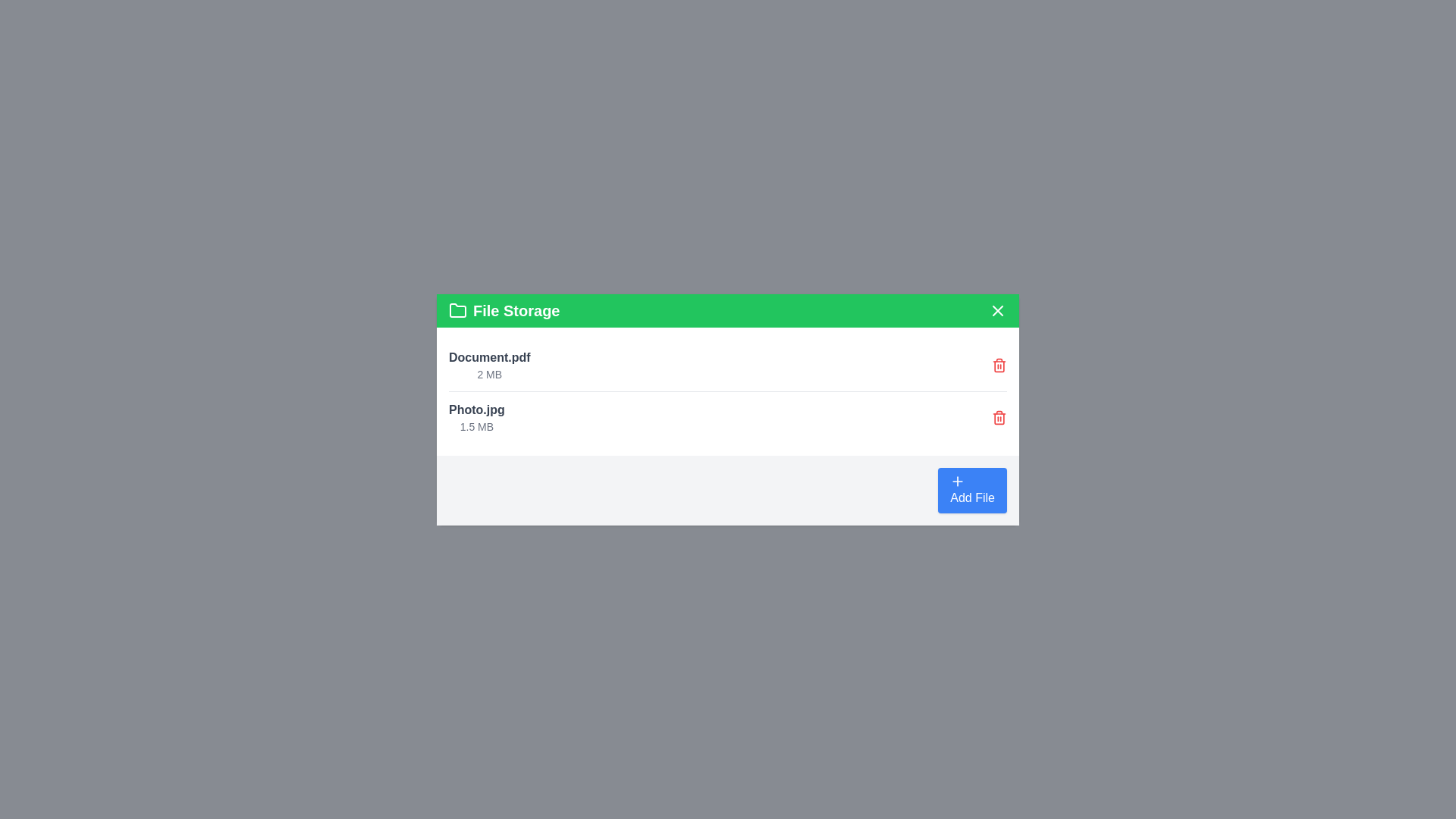 This screenshot has height=819, width=1456. I want to click on the close button in the top-right corner of the File Storage dialog, so click(997, 309).